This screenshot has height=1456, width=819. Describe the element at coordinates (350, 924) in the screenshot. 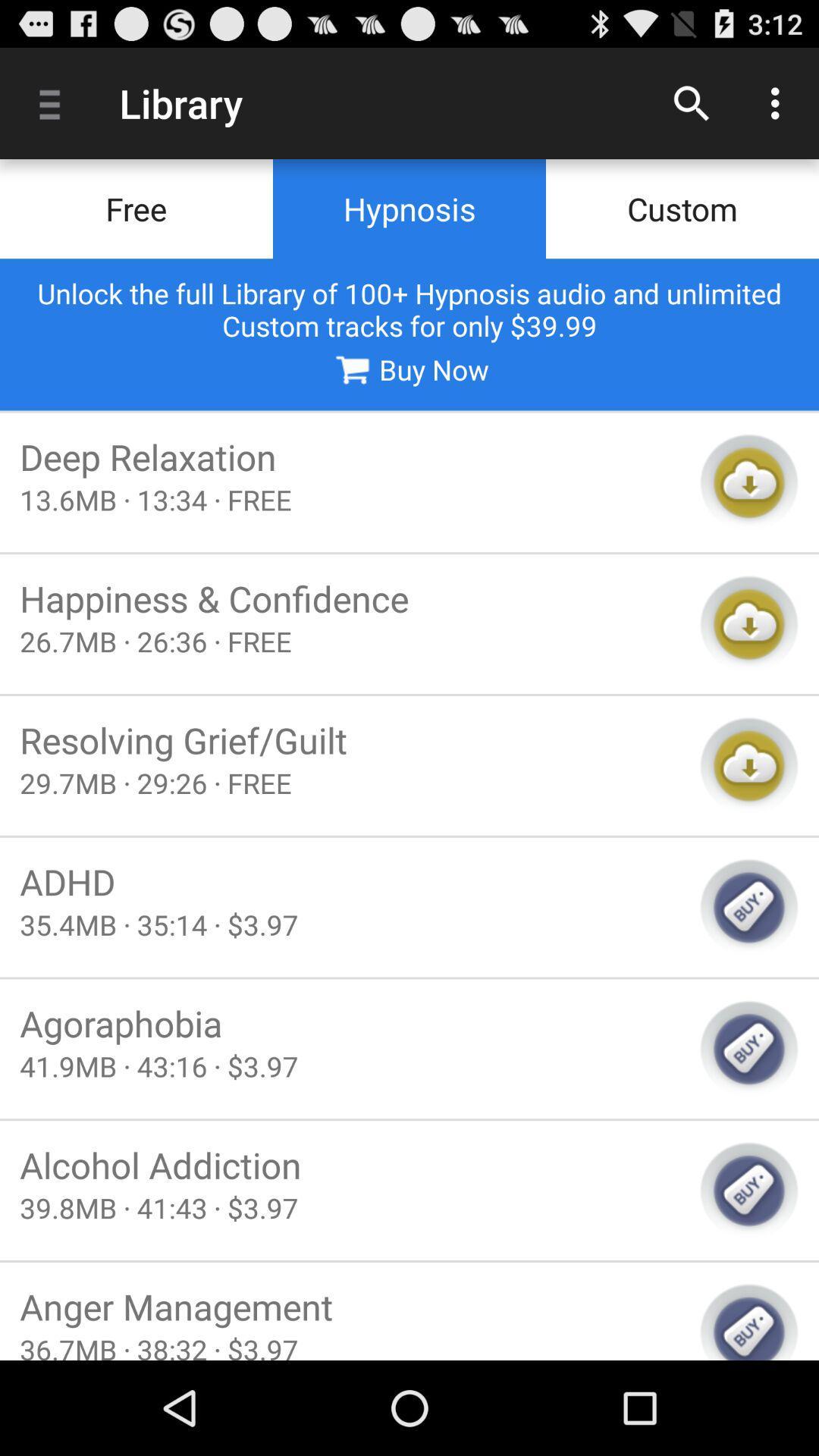

I see `35 4mb 35` at that location.